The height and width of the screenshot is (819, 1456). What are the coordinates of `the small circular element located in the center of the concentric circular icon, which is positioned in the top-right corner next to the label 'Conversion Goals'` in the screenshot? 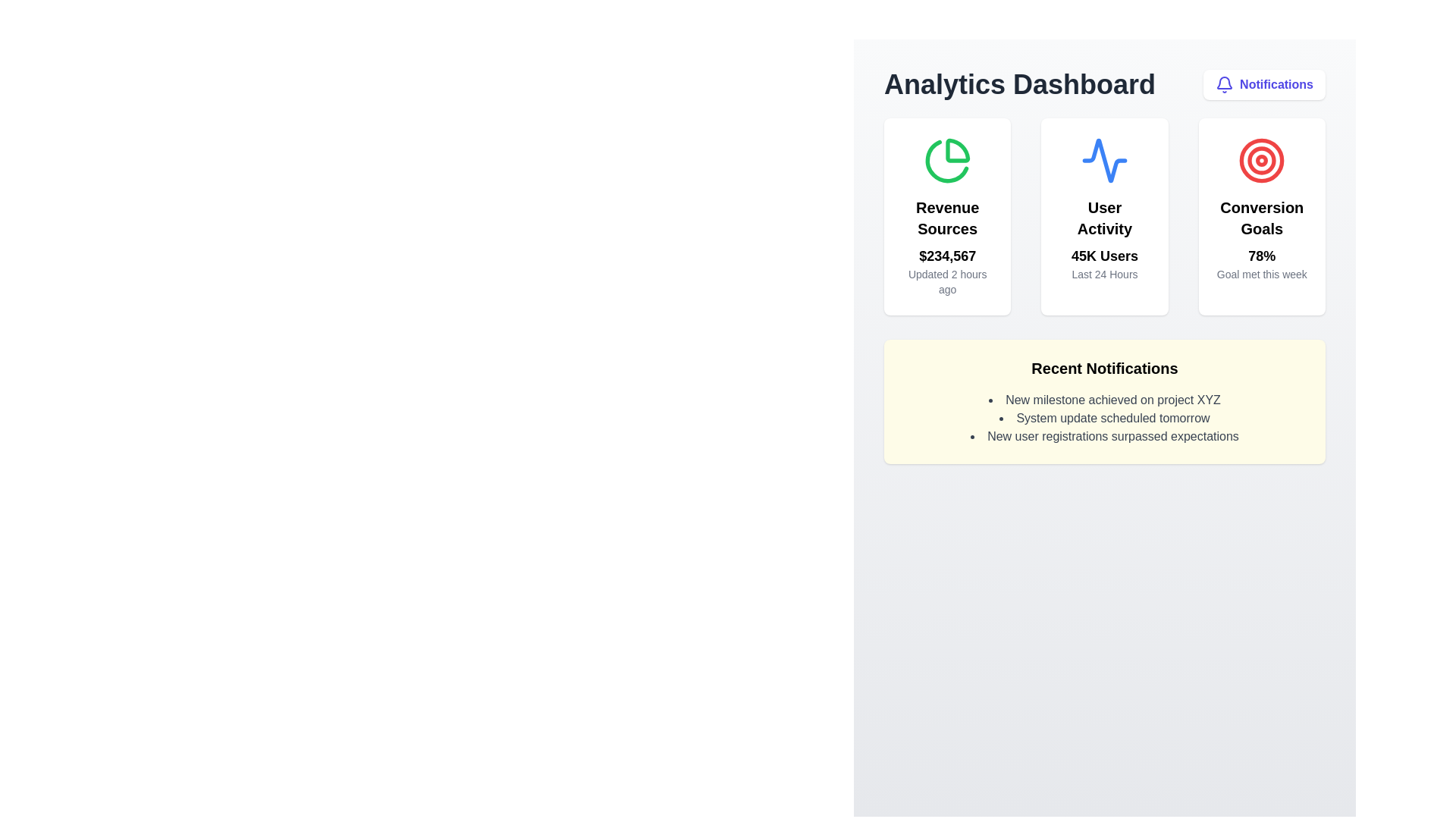 It's located at (1262, 161).